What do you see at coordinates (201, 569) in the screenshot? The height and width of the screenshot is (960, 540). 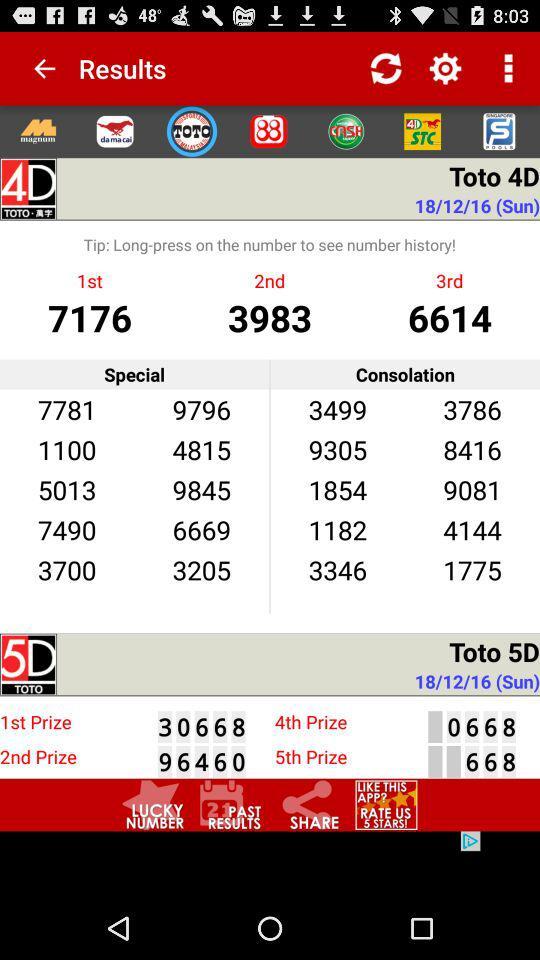 I see `the icon next to the 7490` at bounding box center [201, 569].